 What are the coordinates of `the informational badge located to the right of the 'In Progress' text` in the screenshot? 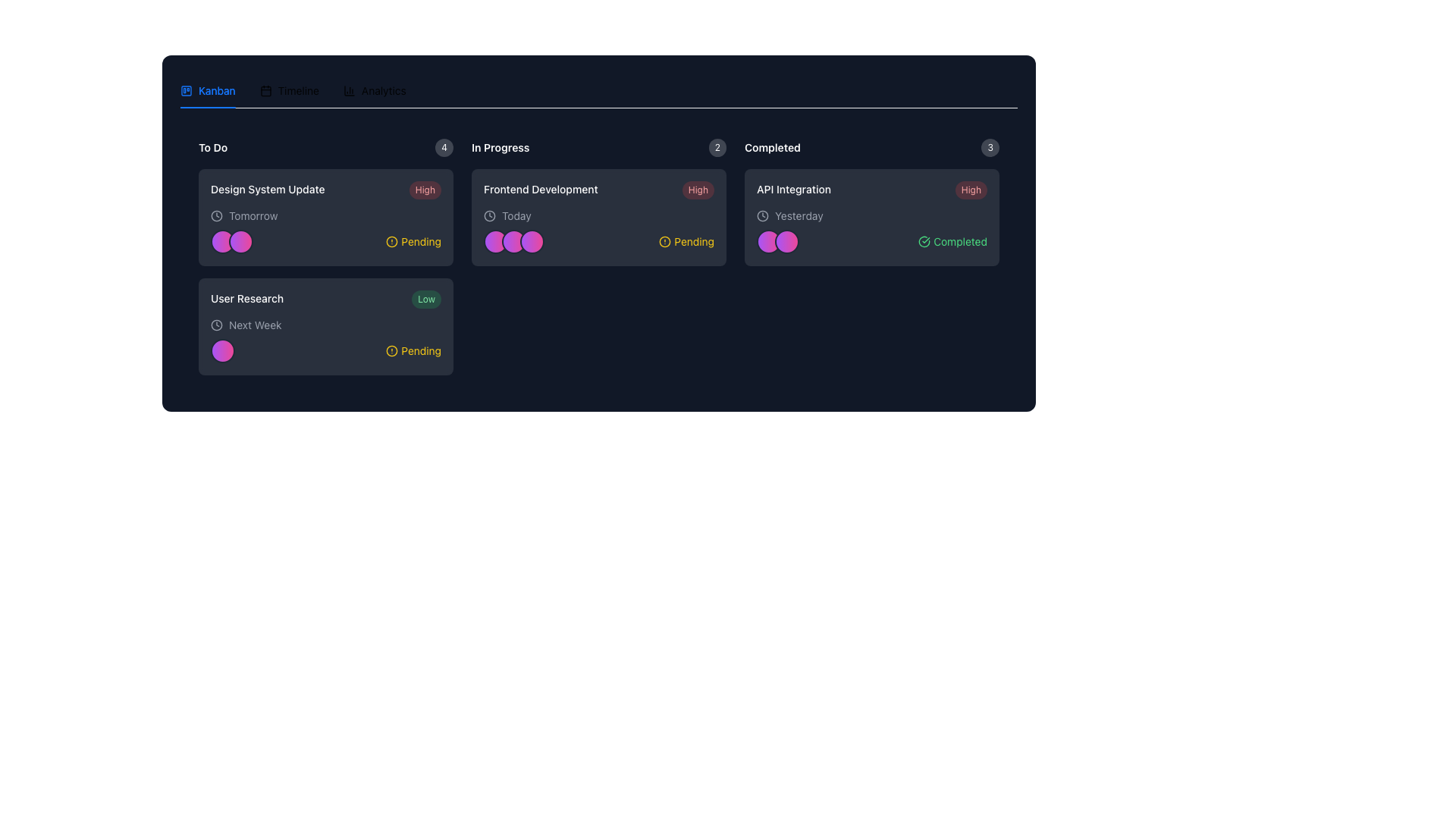 It's located at (717, 148).